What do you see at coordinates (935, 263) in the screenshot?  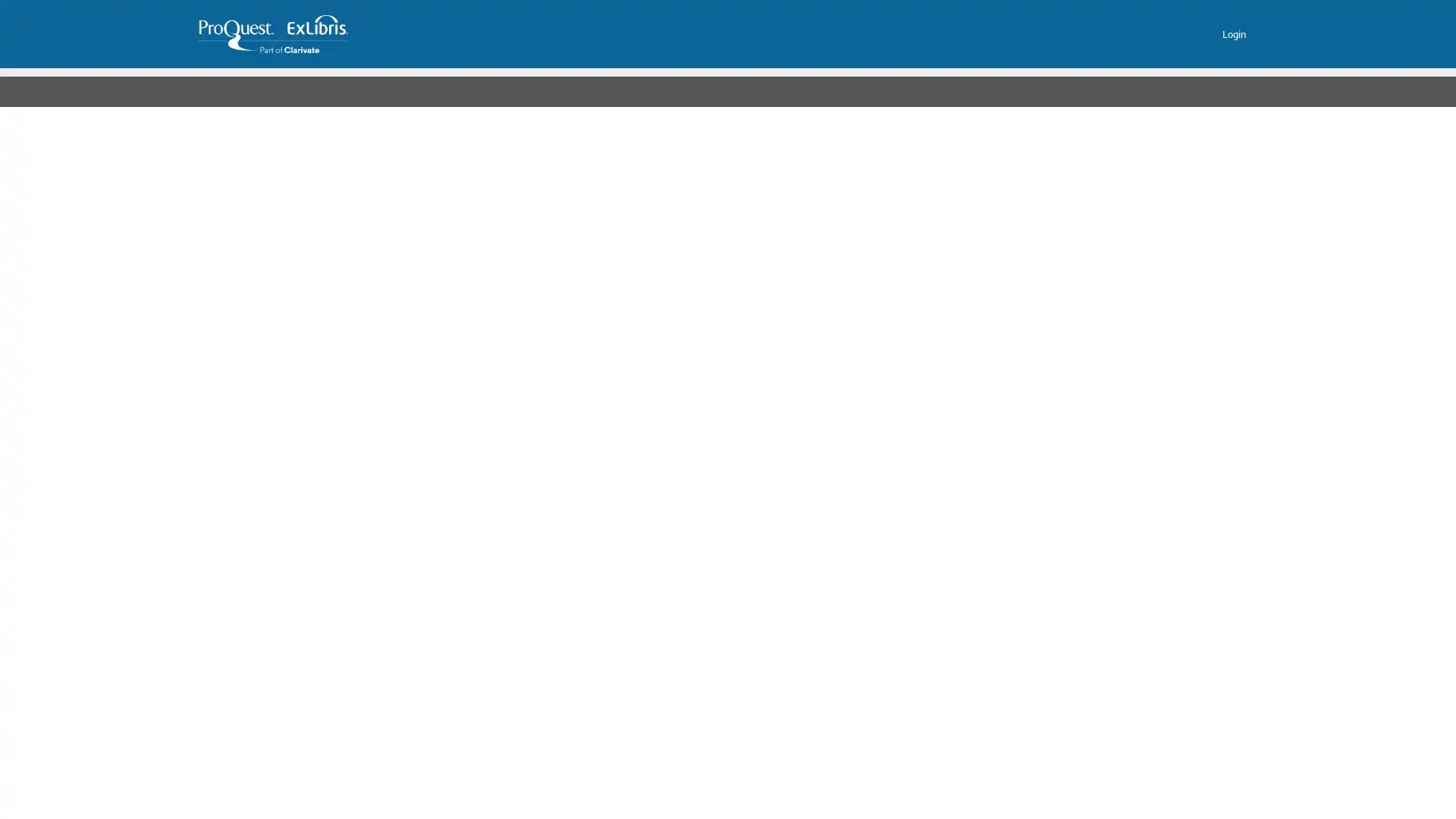 I see `Login` at bounding box center [935, 263].